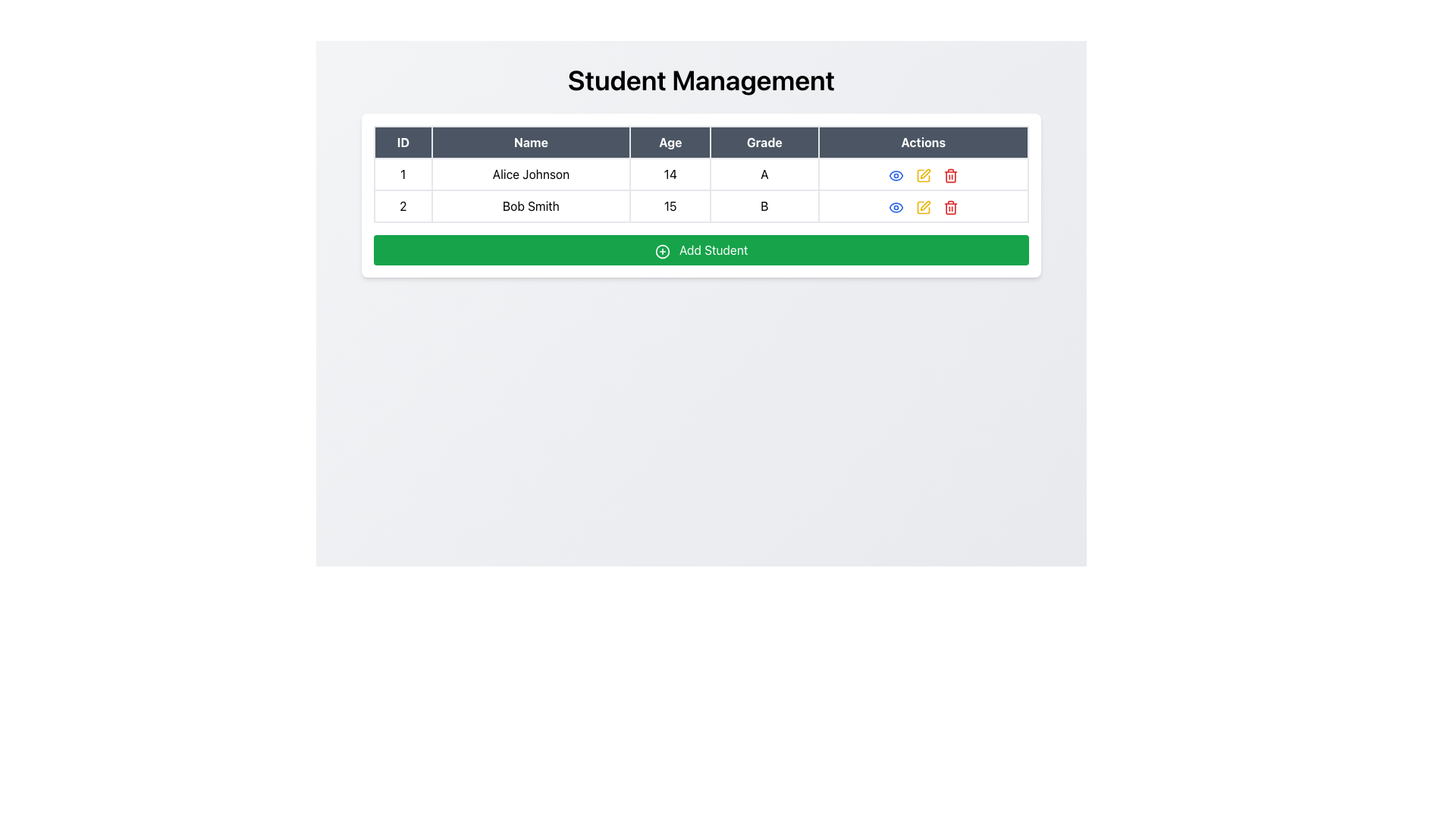  I want to click on the table cell containing the number '14' under the 'Age' column in the first row, so click(701, 189).